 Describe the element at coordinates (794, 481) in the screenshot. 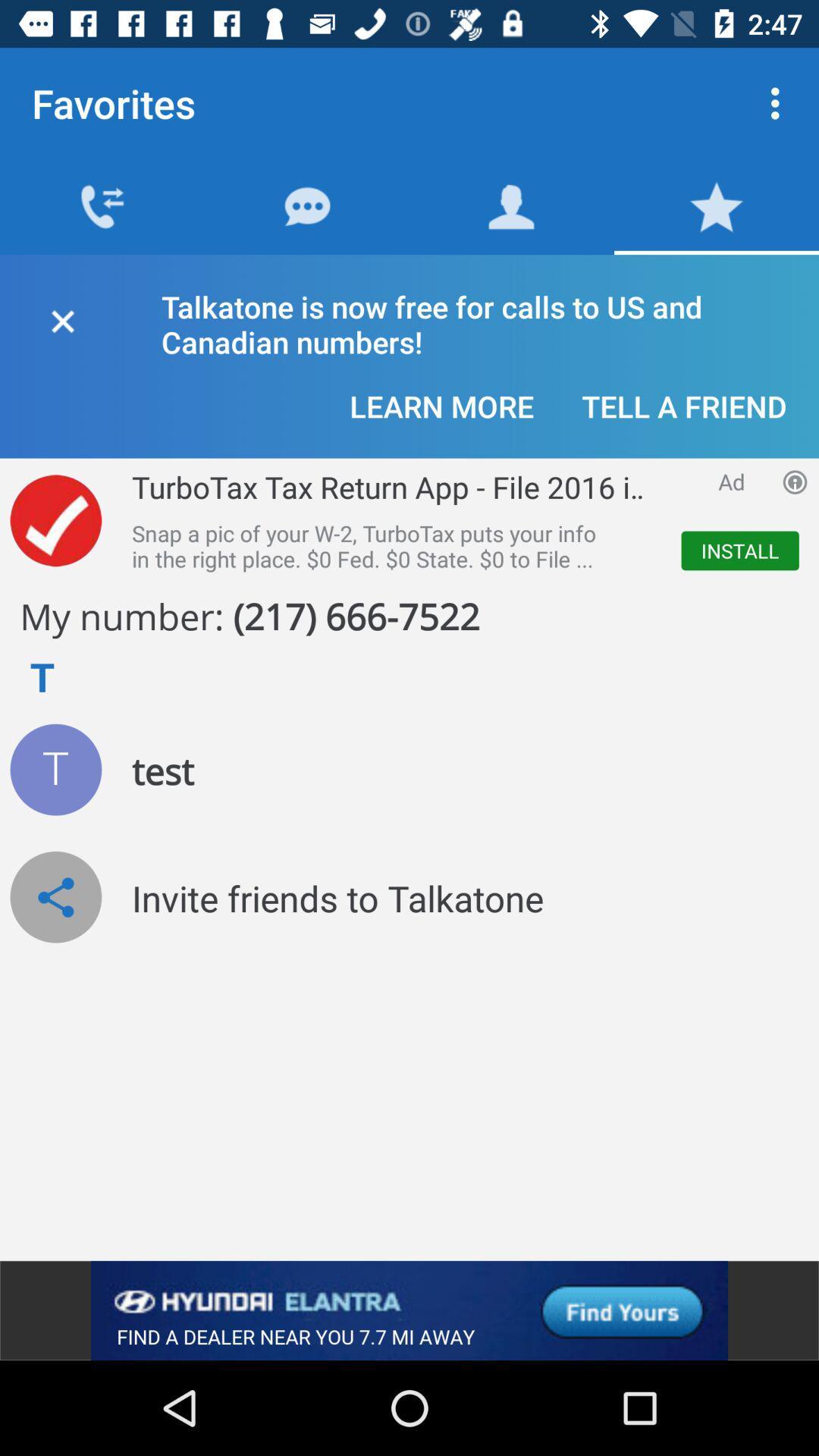

I see `advertisement` at that location.